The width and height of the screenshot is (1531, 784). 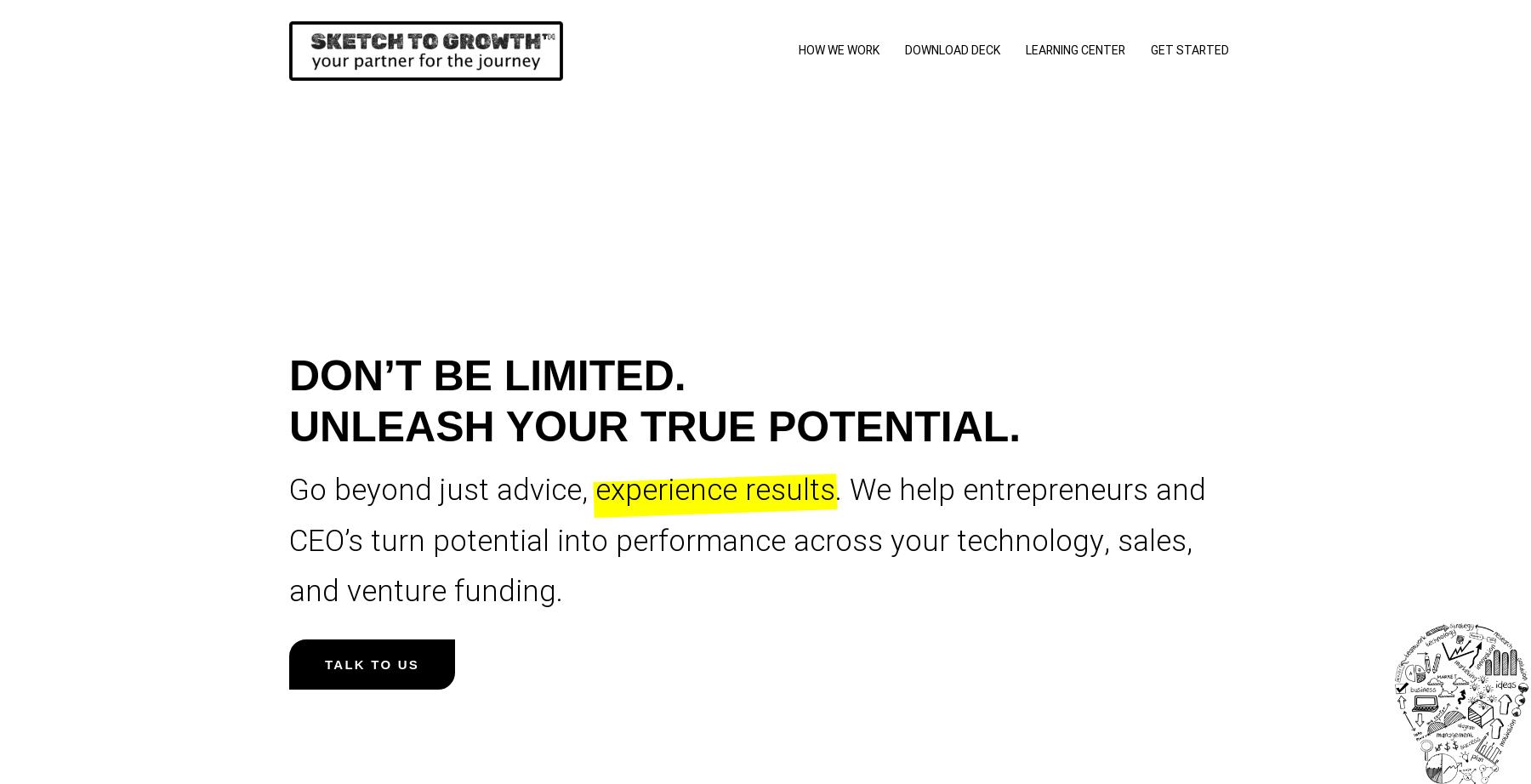 What do you see at coordinates (654, 427) in the screenshot?
I see `'UNLEASH YOUR TRUE POTENTIAL.'` at bounding box center [654, 427].